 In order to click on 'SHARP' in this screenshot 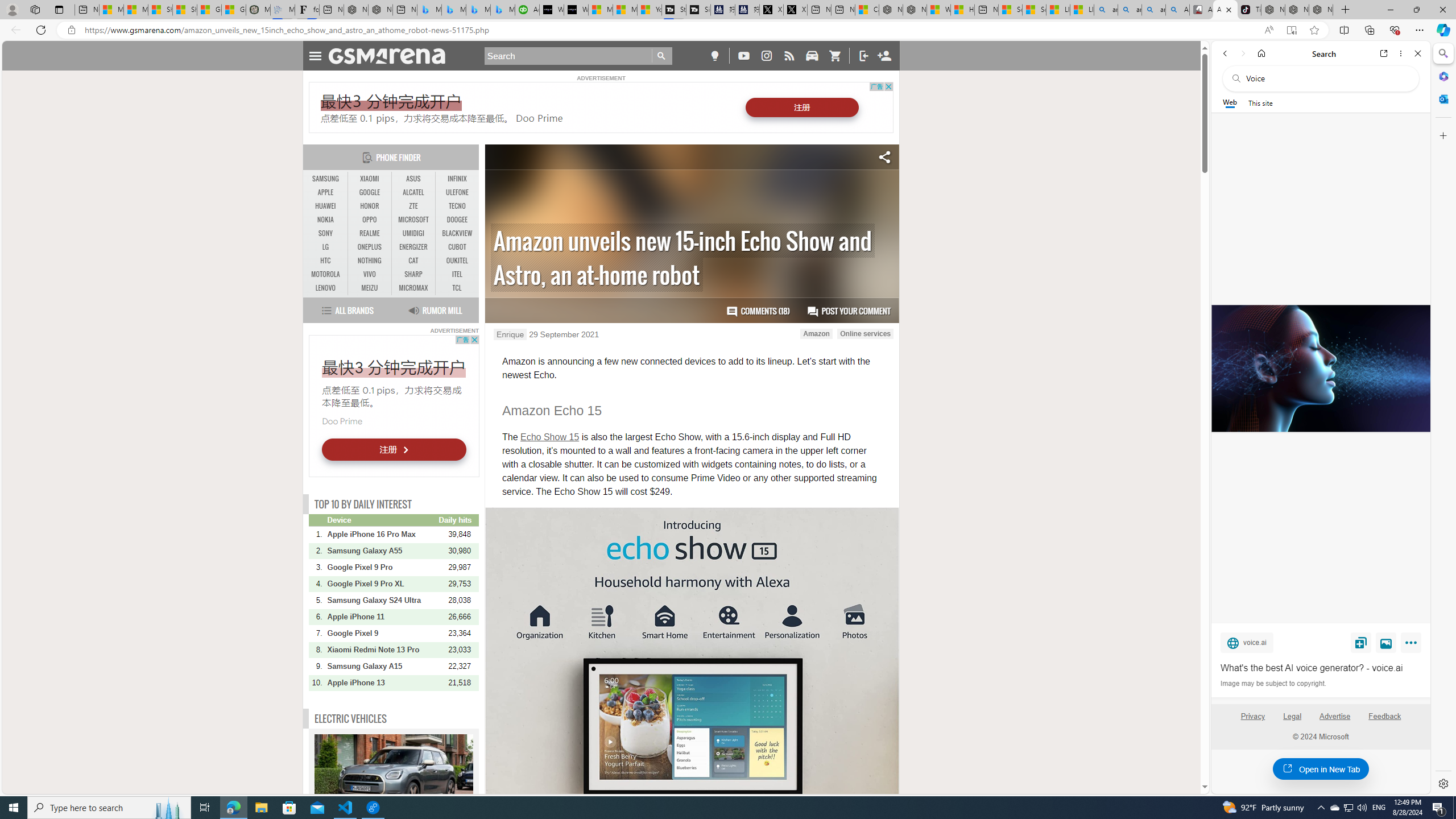, I will do `click(413, 274)`.